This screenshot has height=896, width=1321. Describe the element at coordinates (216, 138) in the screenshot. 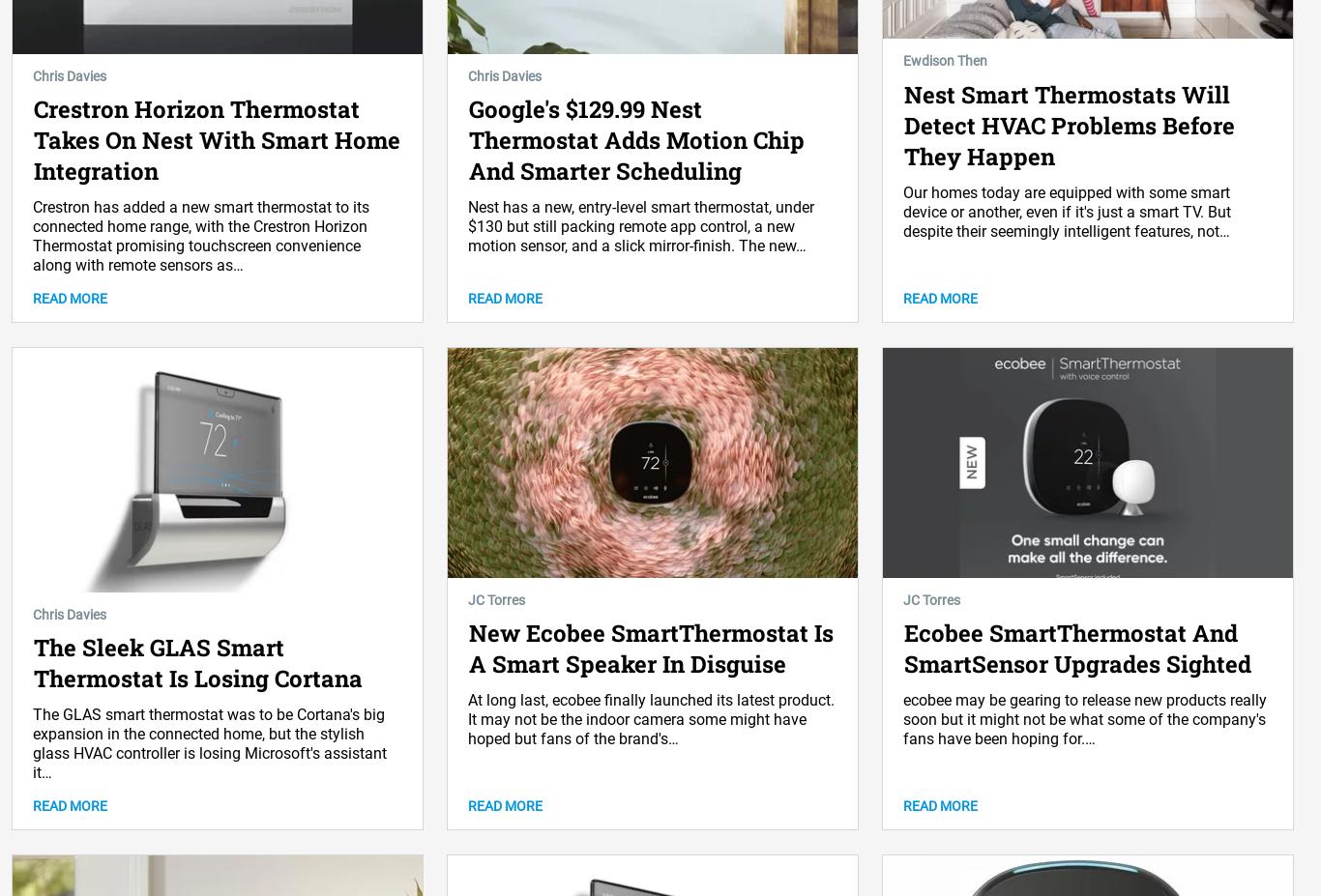

I see `'Crestron Horizon Thermostat Takes On Nest With Smart Home Integration'` at that location.